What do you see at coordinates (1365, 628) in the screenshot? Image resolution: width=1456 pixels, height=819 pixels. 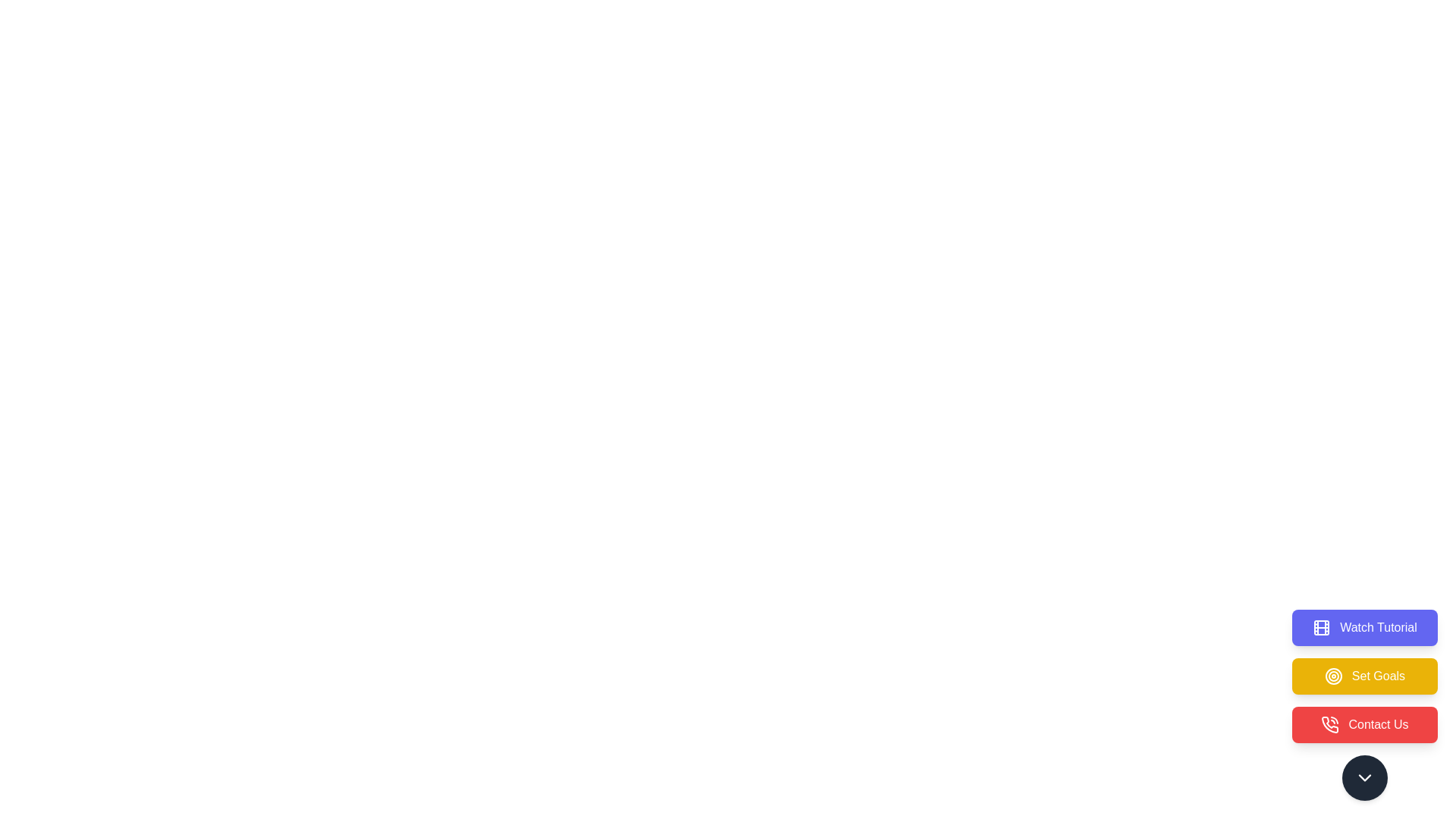 I see `the button labeled Watch Tutorial to observe its hover effect` at bounding box center [1365, 628].